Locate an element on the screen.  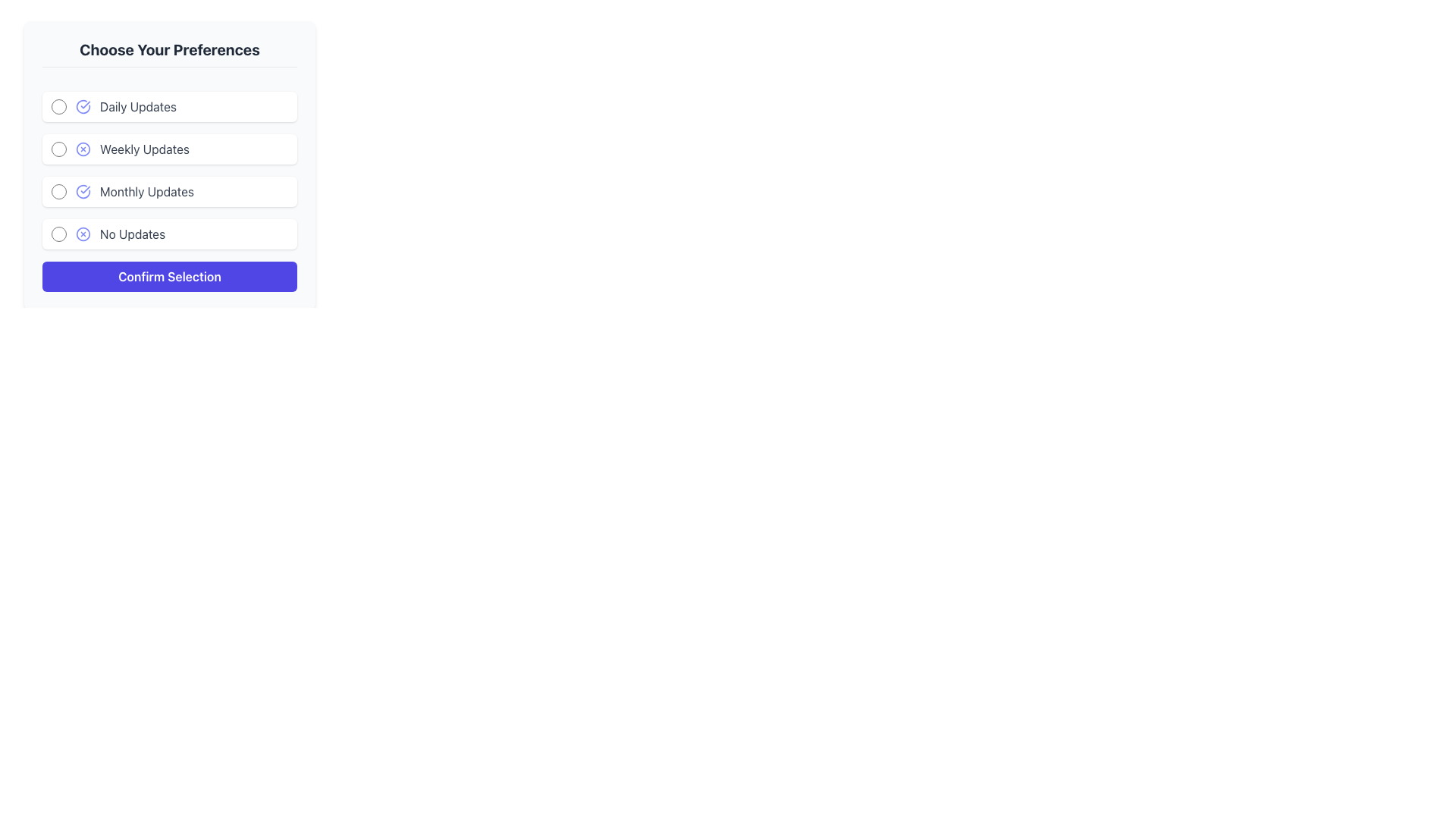
the 'Monthly Updates' selectable option with a radio button is located at coordinates (170, 191).